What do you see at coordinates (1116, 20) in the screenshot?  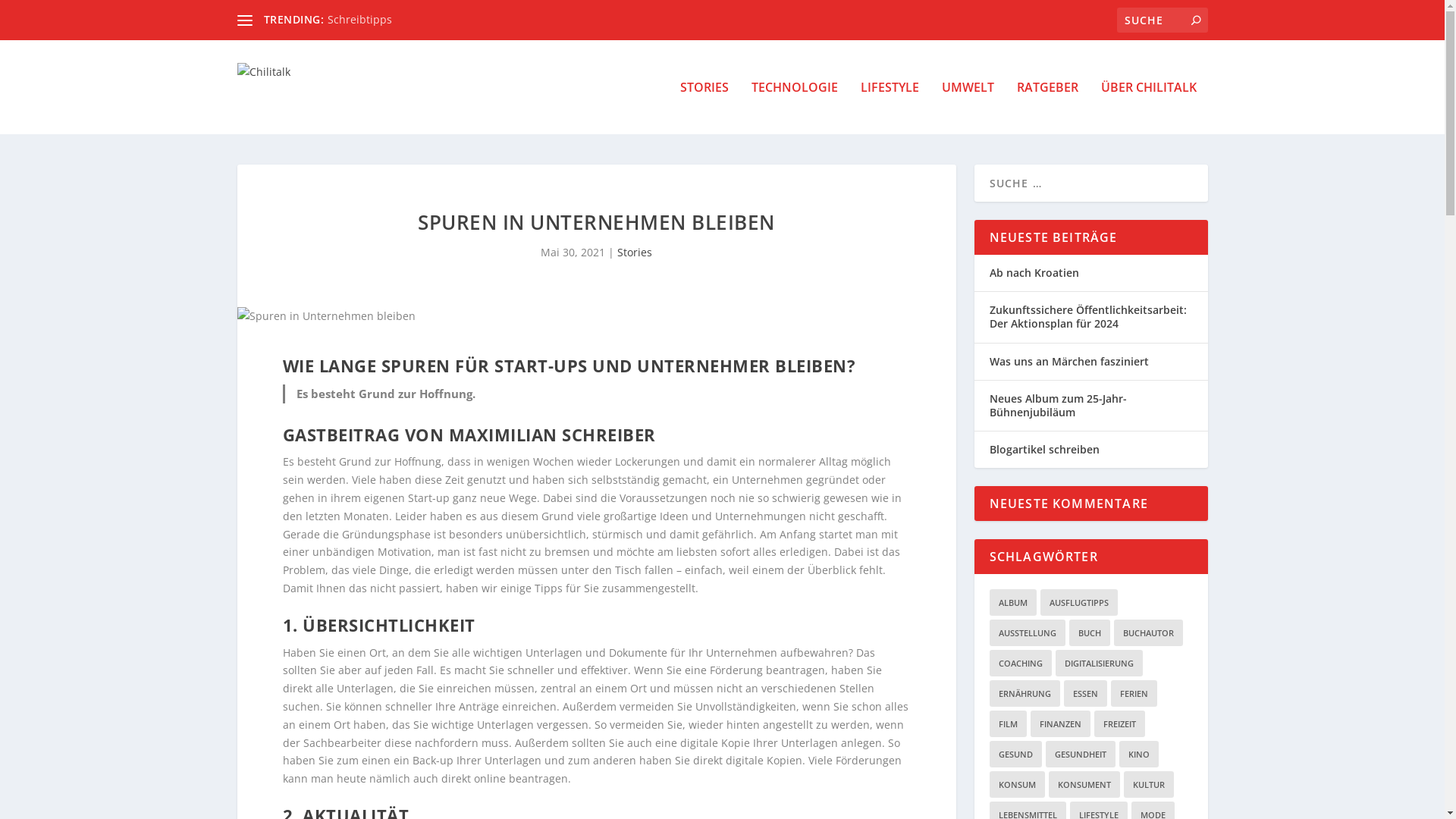 I see `'Suchen nach:'` at bounding box center [1116, 20].